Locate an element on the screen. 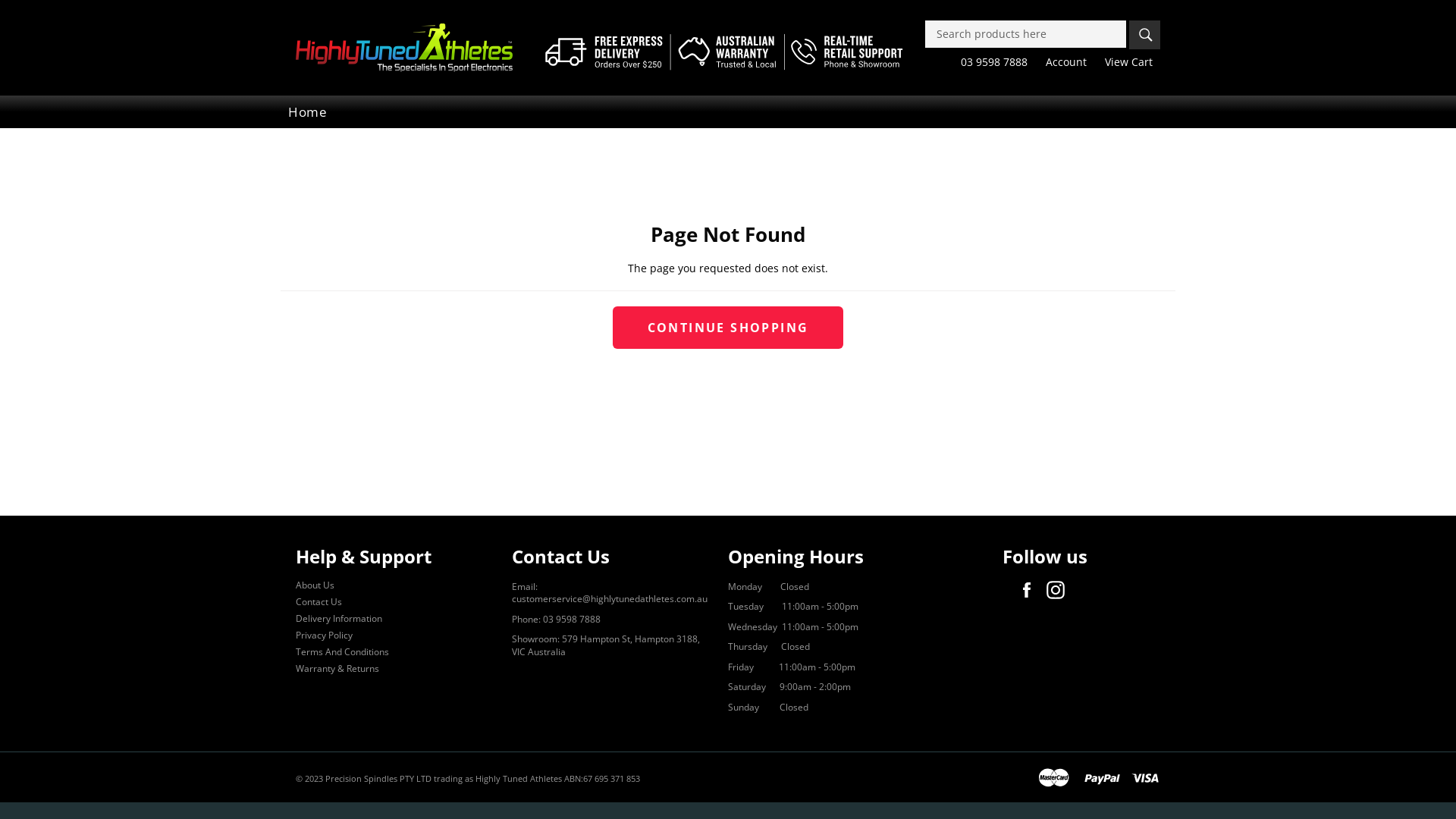  'Account' is located at coordinates (1037, 61).